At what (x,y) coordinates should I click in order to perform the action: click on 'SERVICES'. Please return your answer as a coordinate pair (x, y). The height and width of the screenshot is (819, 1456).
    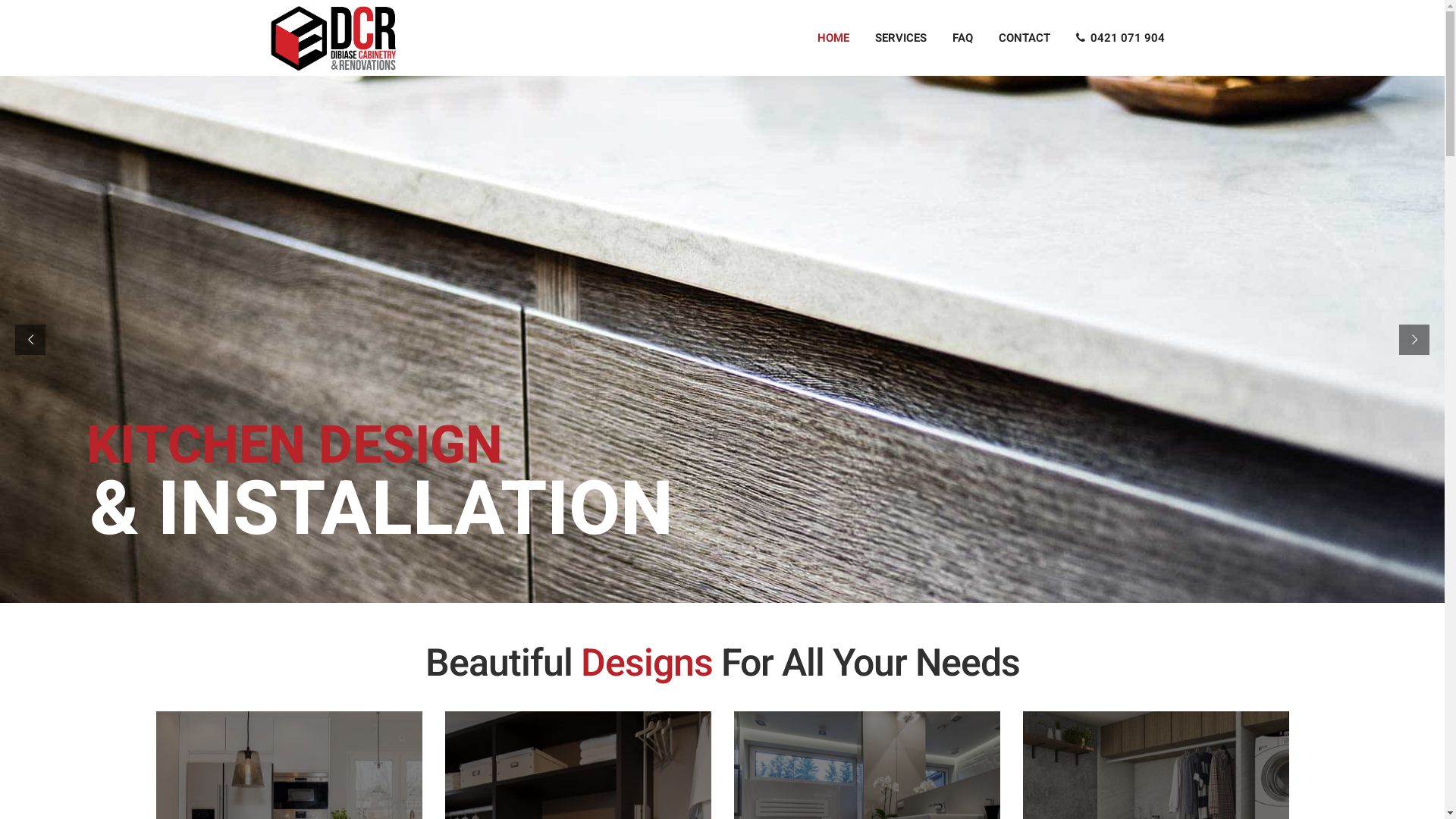
    Looking at the image, I should click on (861, 37).